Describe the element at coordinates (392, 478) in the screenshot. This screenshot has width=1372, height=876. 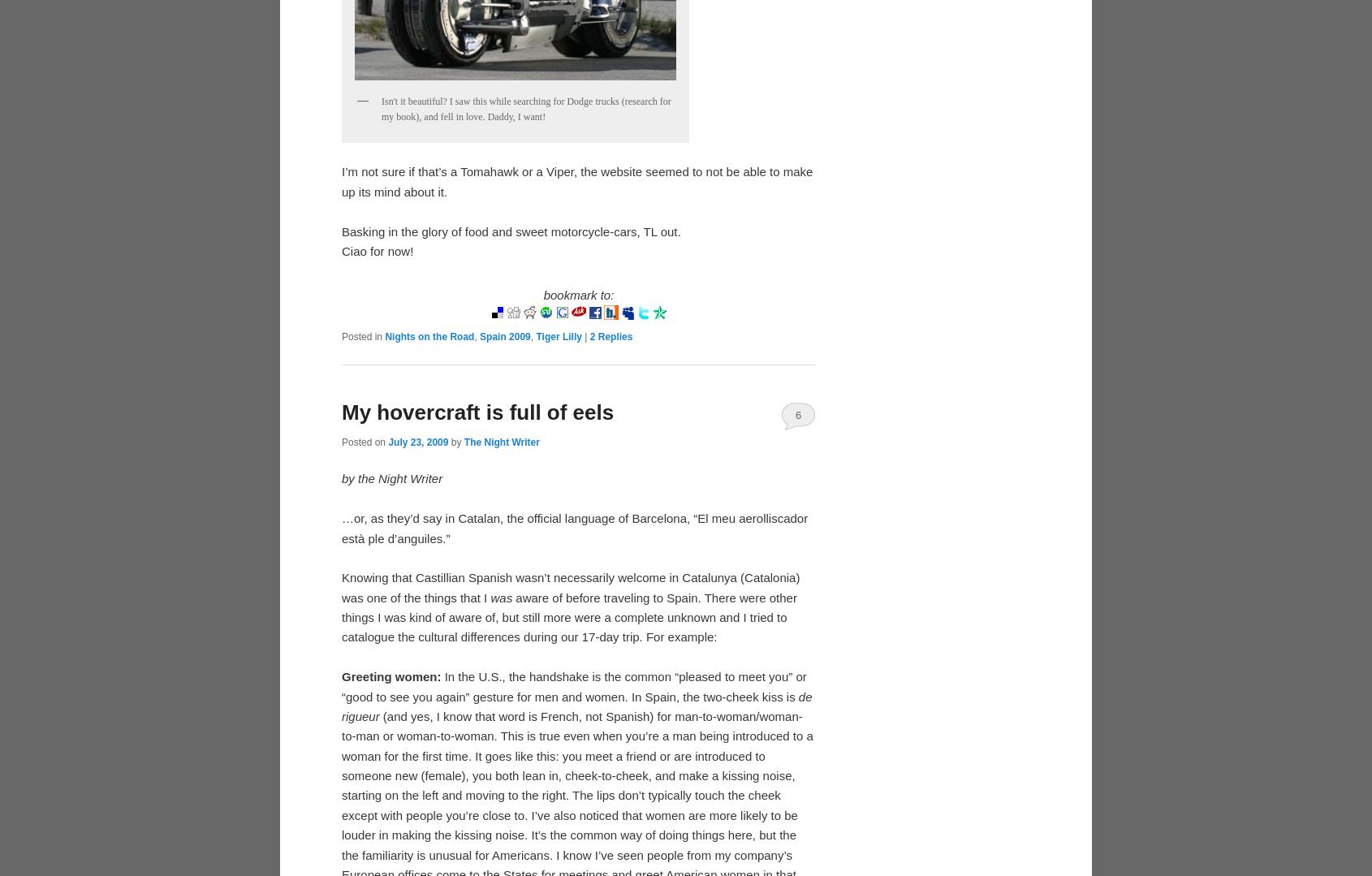
I see `'by the Night Writer'` at that location.